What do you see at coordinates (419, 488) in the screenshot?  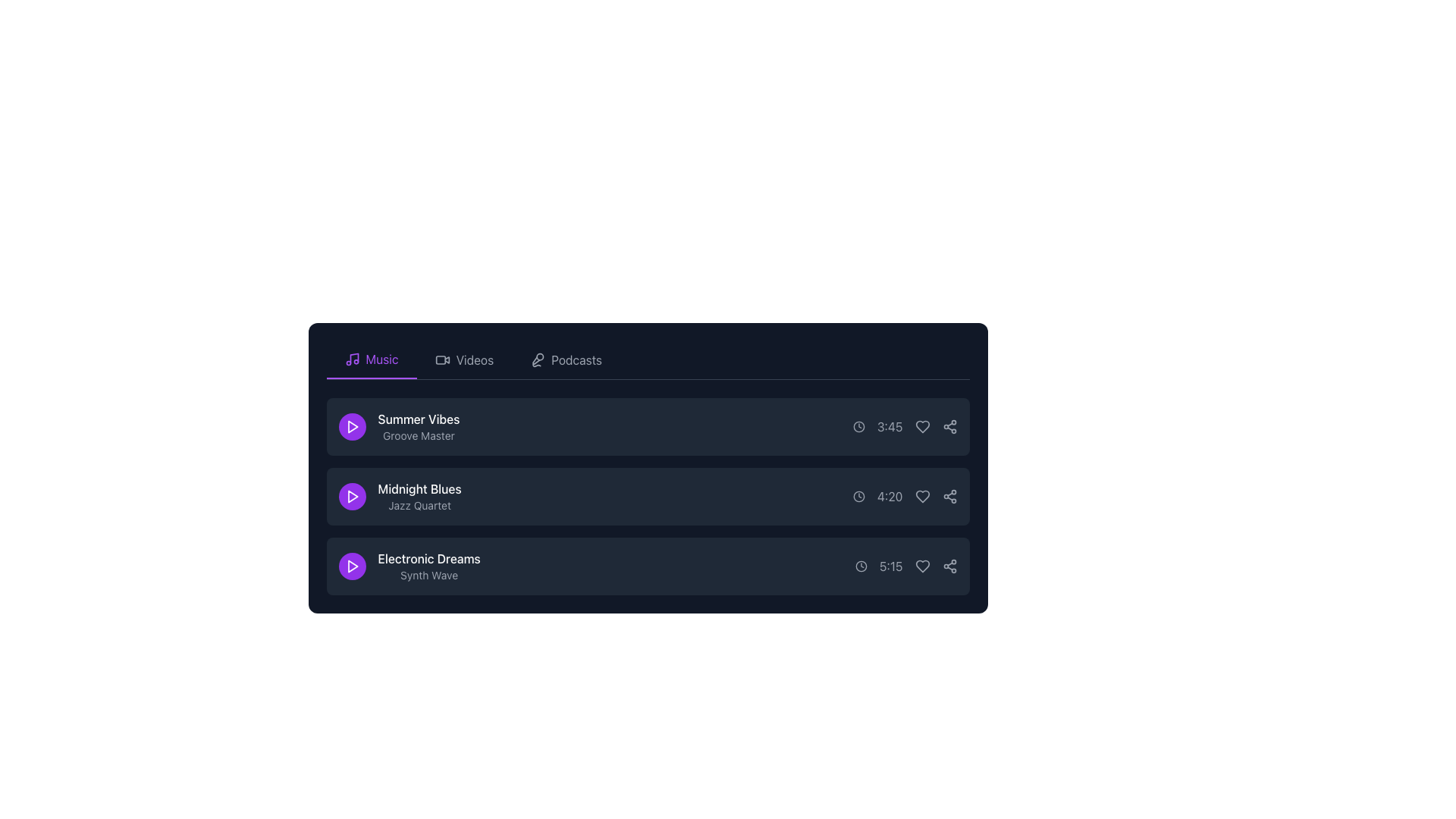 I see `the text label displaying the title of the music item, which is located in the second row of the list and provides the name of the track or album` at bounding box center [419, 488].